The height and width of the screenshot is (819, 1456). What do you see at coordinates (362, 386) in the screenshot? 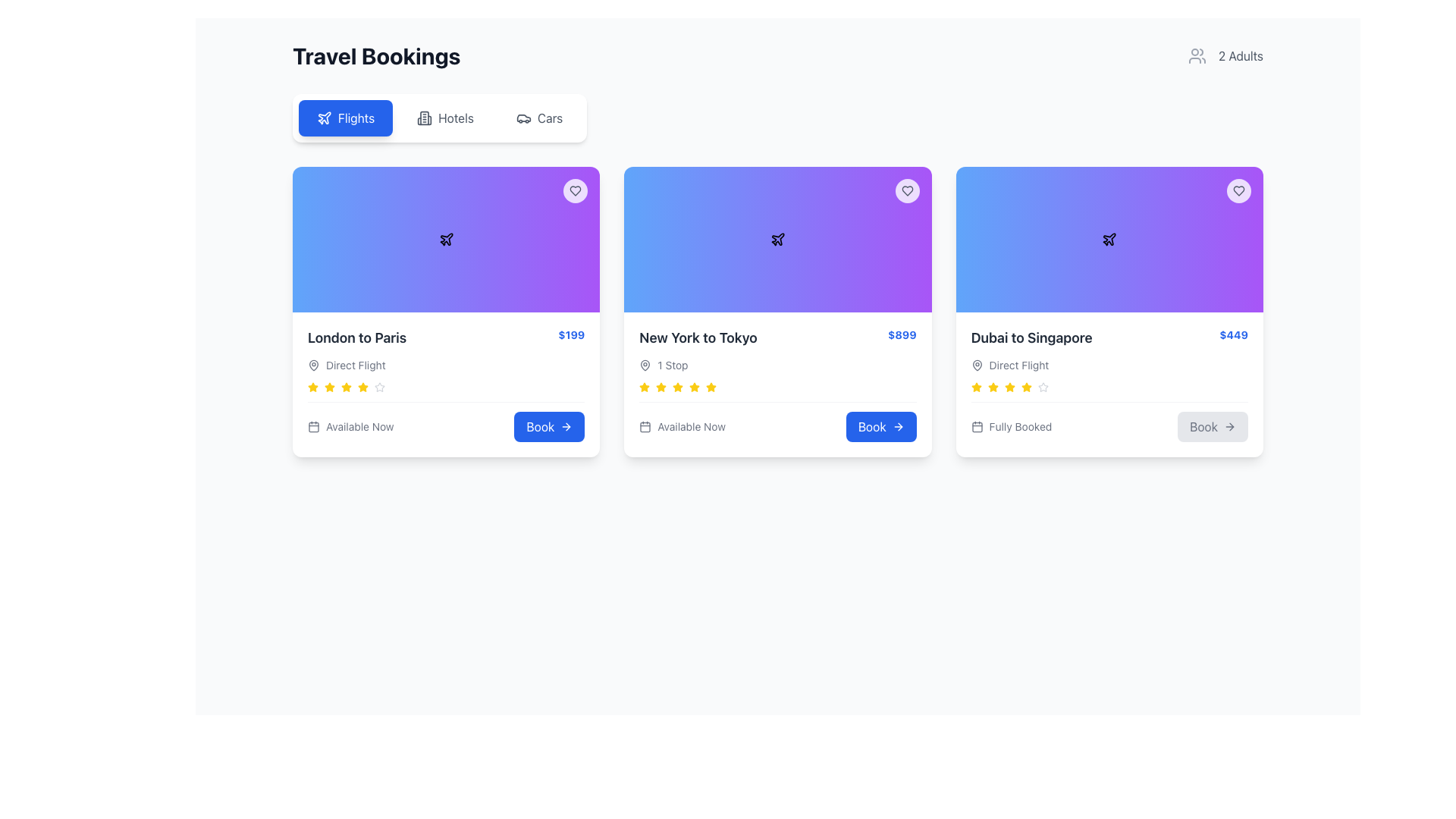
I see `the fifth yellow star icon in the rating section of the 'London to Paris' flight card` at bounding box center [362, 386].